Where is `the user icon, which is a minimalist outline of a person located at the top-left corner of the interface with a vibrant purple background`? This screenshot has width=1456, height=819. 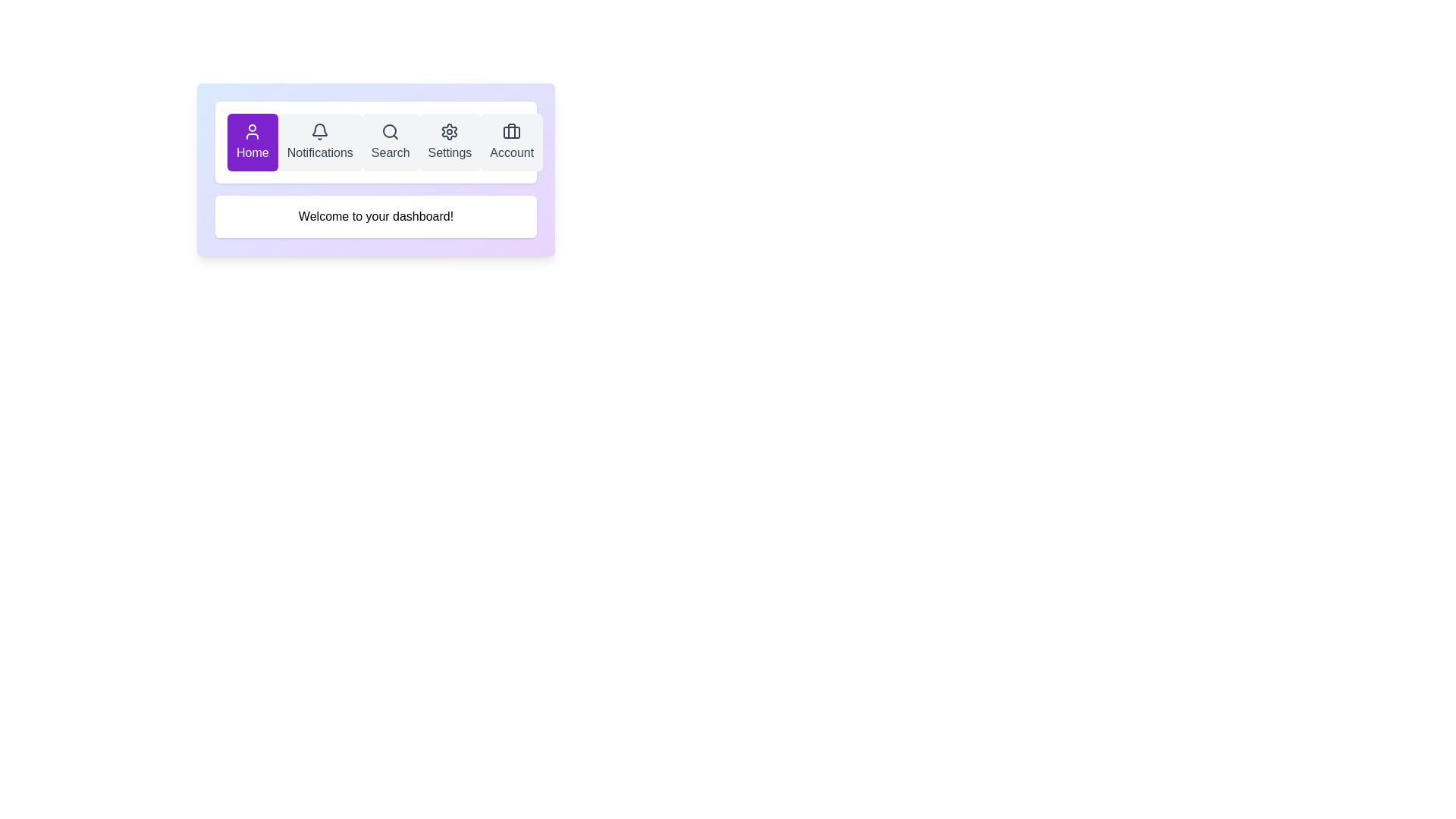 the user icon, which is a minimalist outline of a person located at the top-left corner of the interface with a vibrant purple background is located at coordinates (253, 130).